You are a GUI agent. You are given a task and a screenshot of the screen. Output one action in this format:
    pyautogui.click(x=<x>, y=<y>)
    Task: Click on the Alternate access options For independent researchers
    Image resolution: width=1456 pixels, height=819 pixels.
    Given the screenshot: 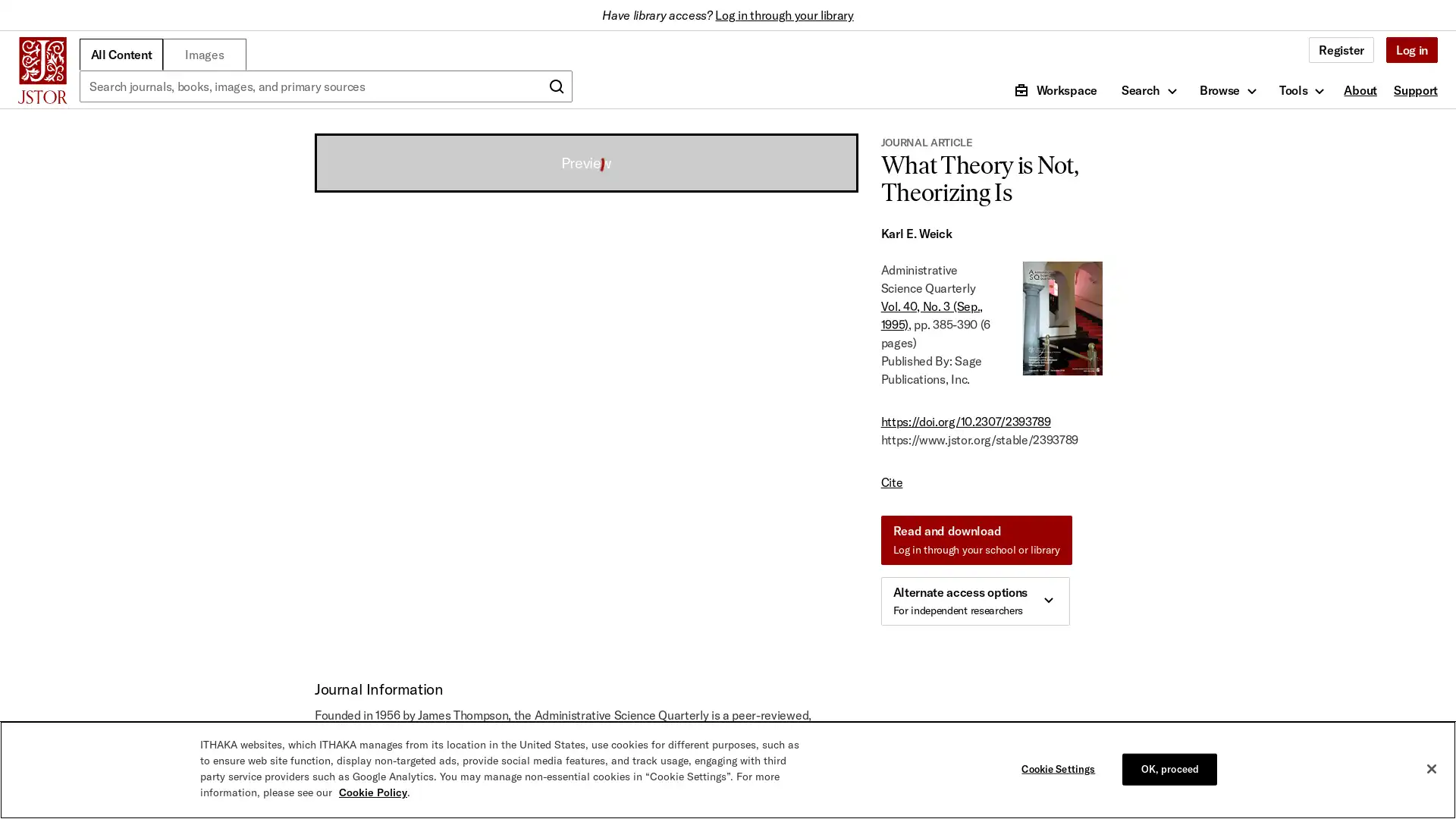 What is the action you would take?
    pyautogui.click(x=974, y=601)
    